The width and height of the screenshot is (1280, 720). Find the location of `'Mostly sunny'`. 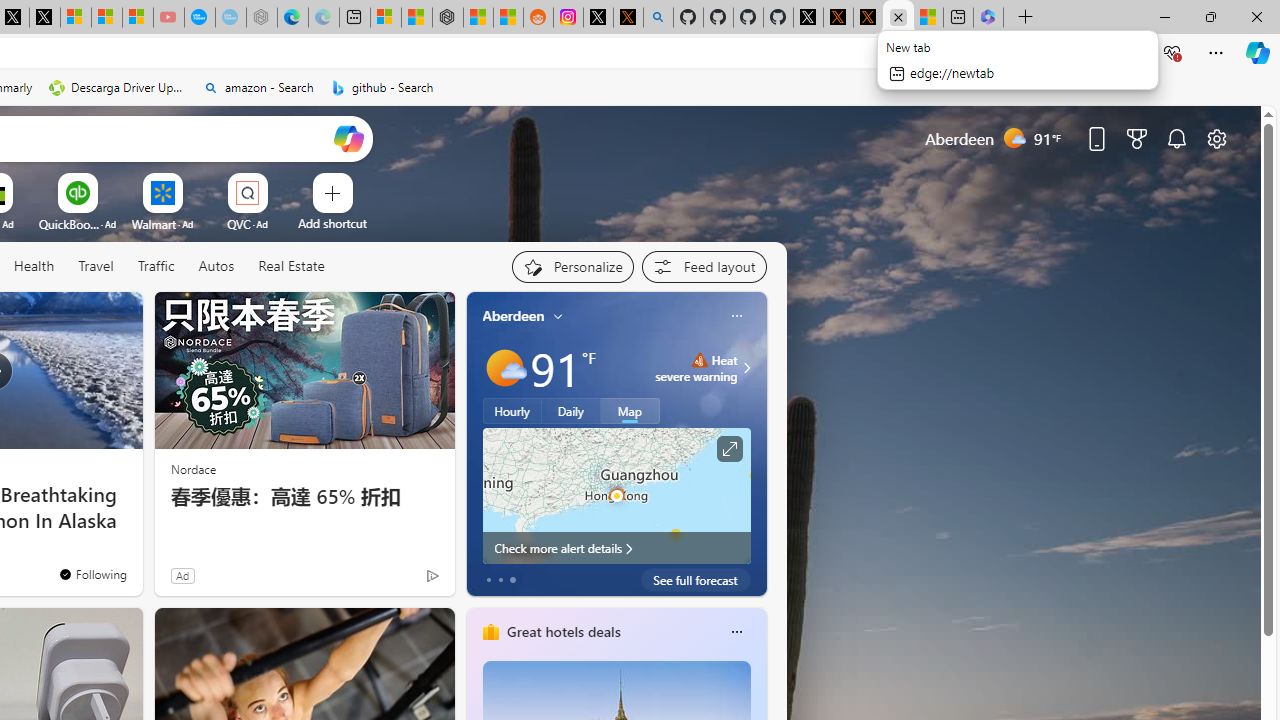

'Mostly sunny' is located at coordinates (504, 368).